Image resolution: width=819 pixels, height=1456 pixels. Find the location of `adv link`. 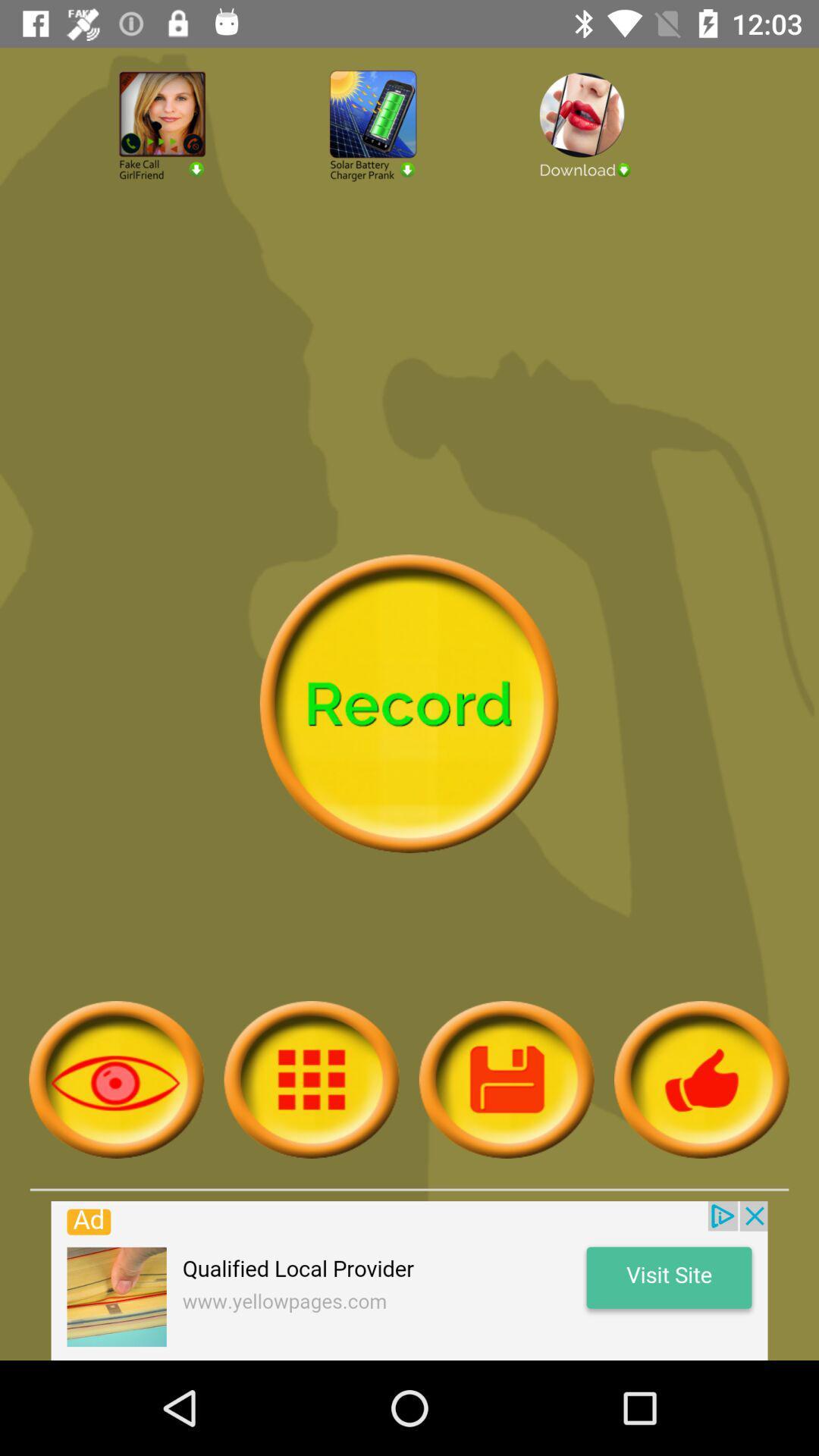

adv link is located at coordinates (620, 166).